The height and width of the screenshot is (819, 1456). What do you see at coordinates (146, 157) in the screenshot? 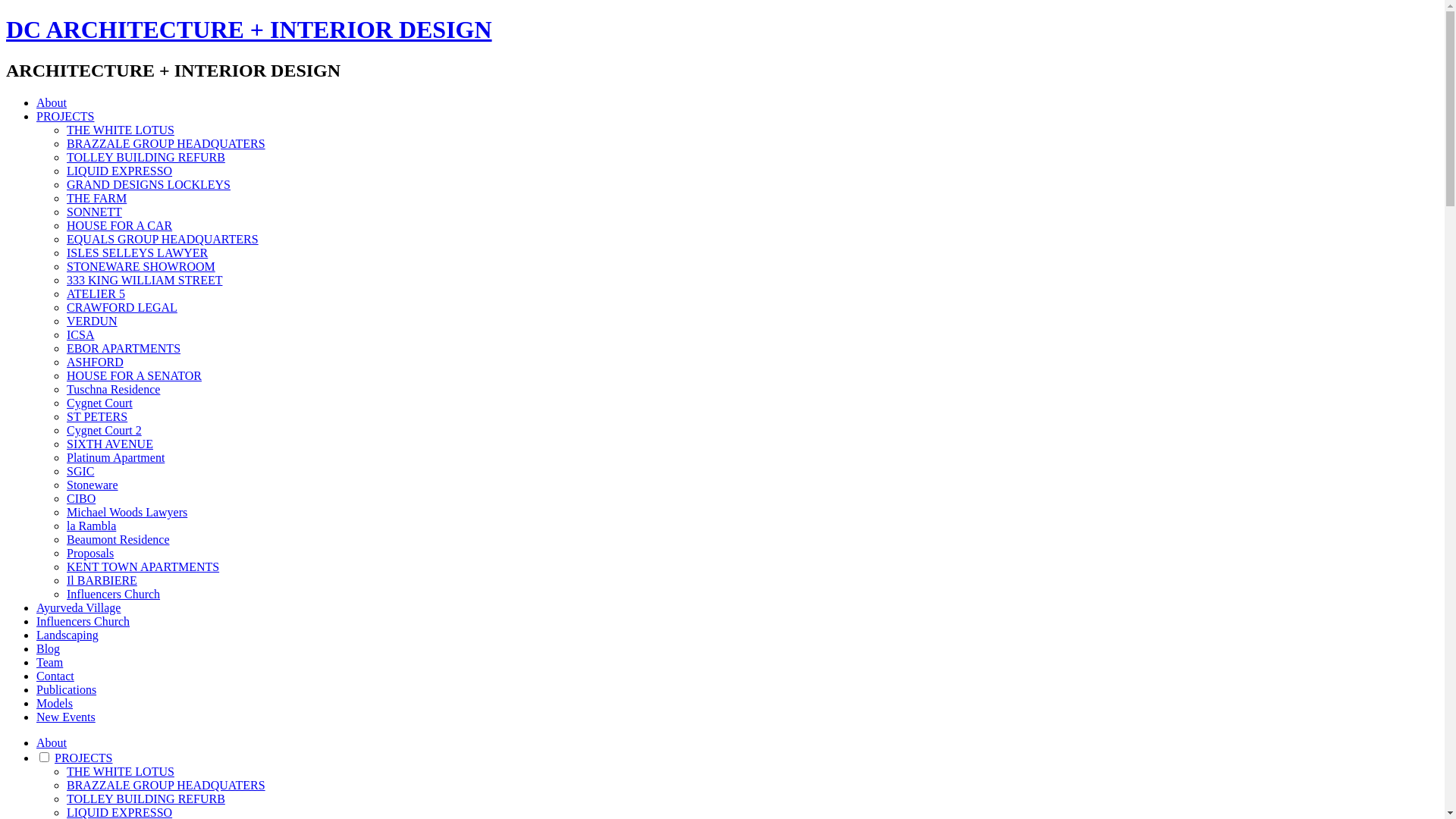
I see `'TOLLEY BUILDING REFURB'` at bounding box center [146, 157].